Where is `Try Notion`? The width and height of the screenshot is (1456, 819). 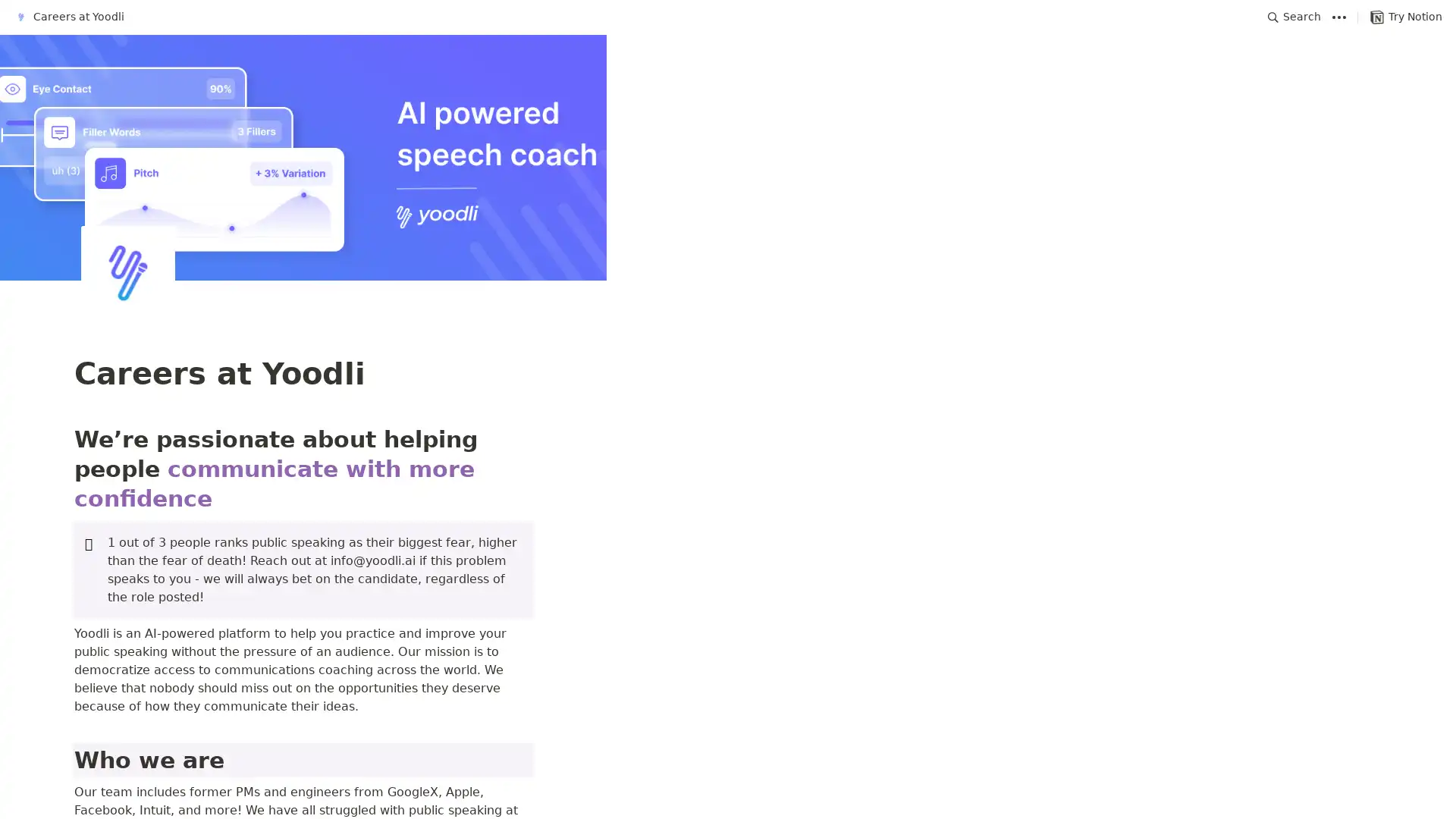
Try Notion is located at coordinates (1405, 17).